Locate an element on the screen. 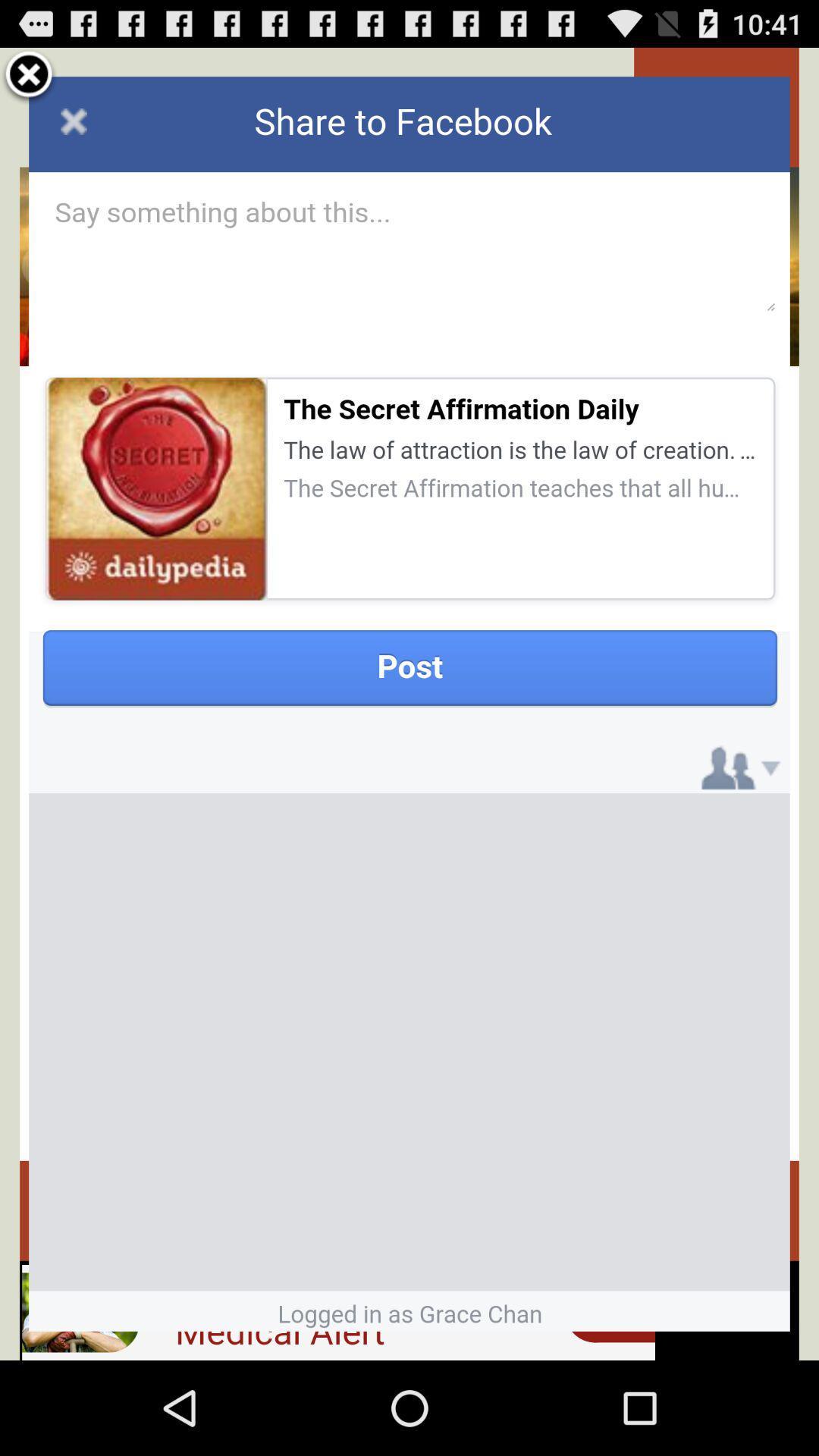 The height and width of the screenshot is (1456, 819). cancel is located at coordinates (29, 76).